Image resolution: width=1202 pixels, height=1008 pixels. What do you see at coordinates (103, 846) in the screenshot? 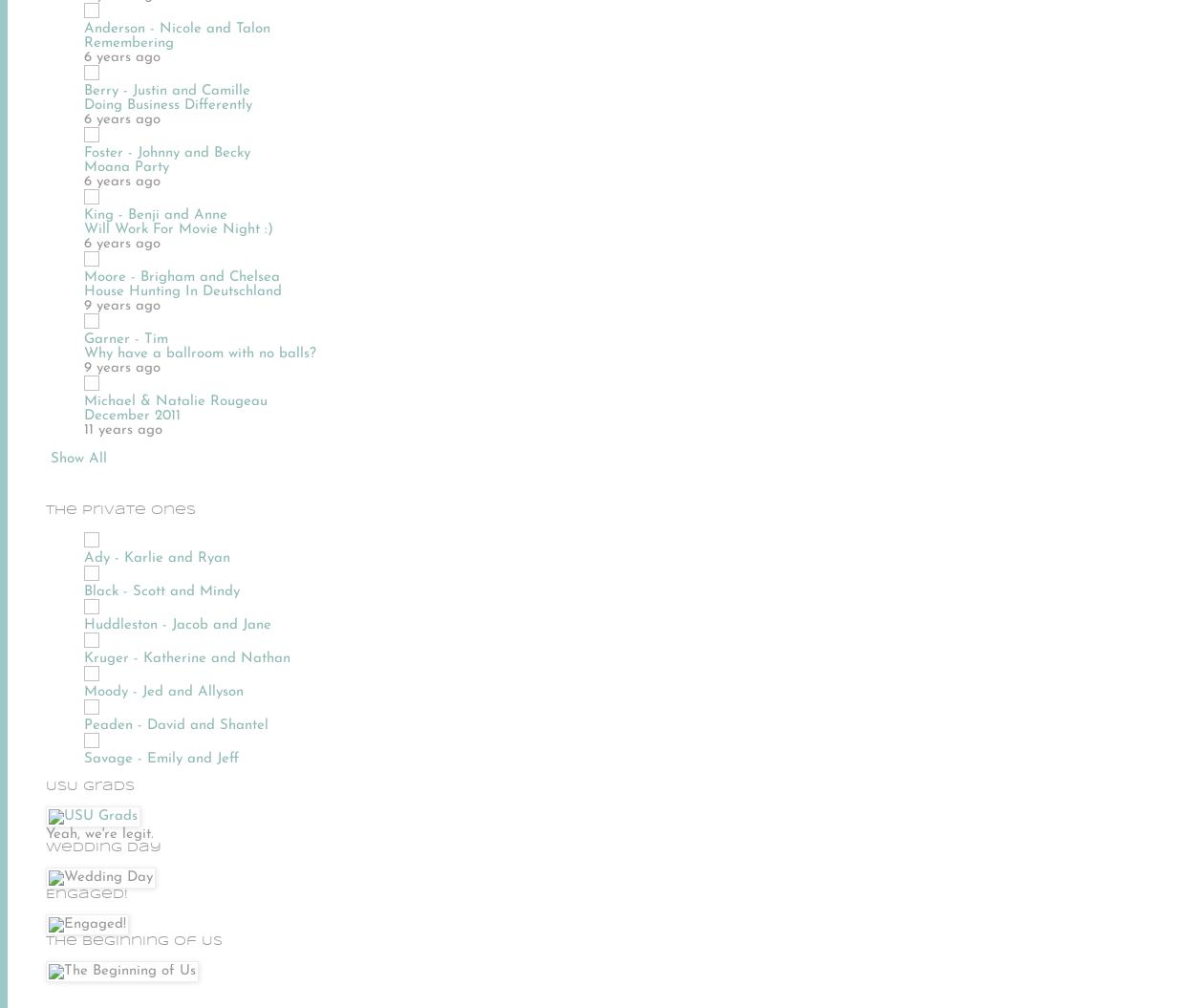
I see `'Wedding Day'` at bounding box center [103, 846].